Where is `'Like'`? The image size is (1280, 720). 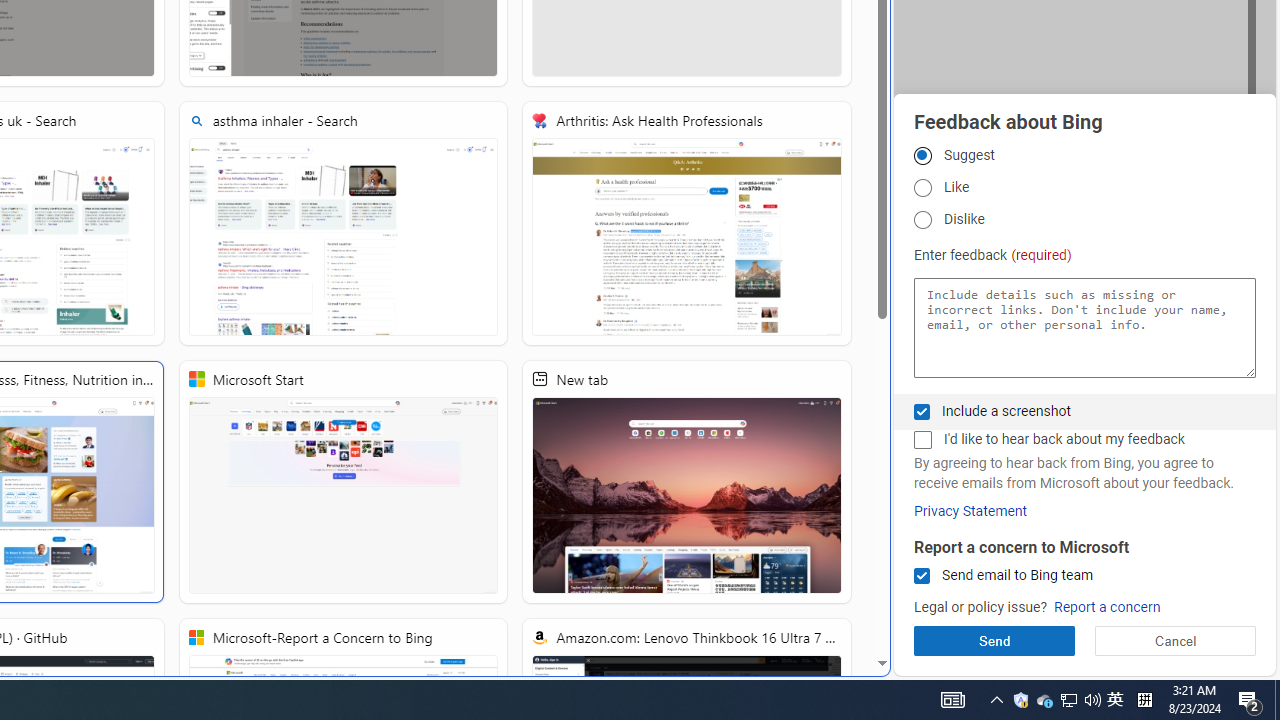
'Like' is located at coordinates (921, 188).